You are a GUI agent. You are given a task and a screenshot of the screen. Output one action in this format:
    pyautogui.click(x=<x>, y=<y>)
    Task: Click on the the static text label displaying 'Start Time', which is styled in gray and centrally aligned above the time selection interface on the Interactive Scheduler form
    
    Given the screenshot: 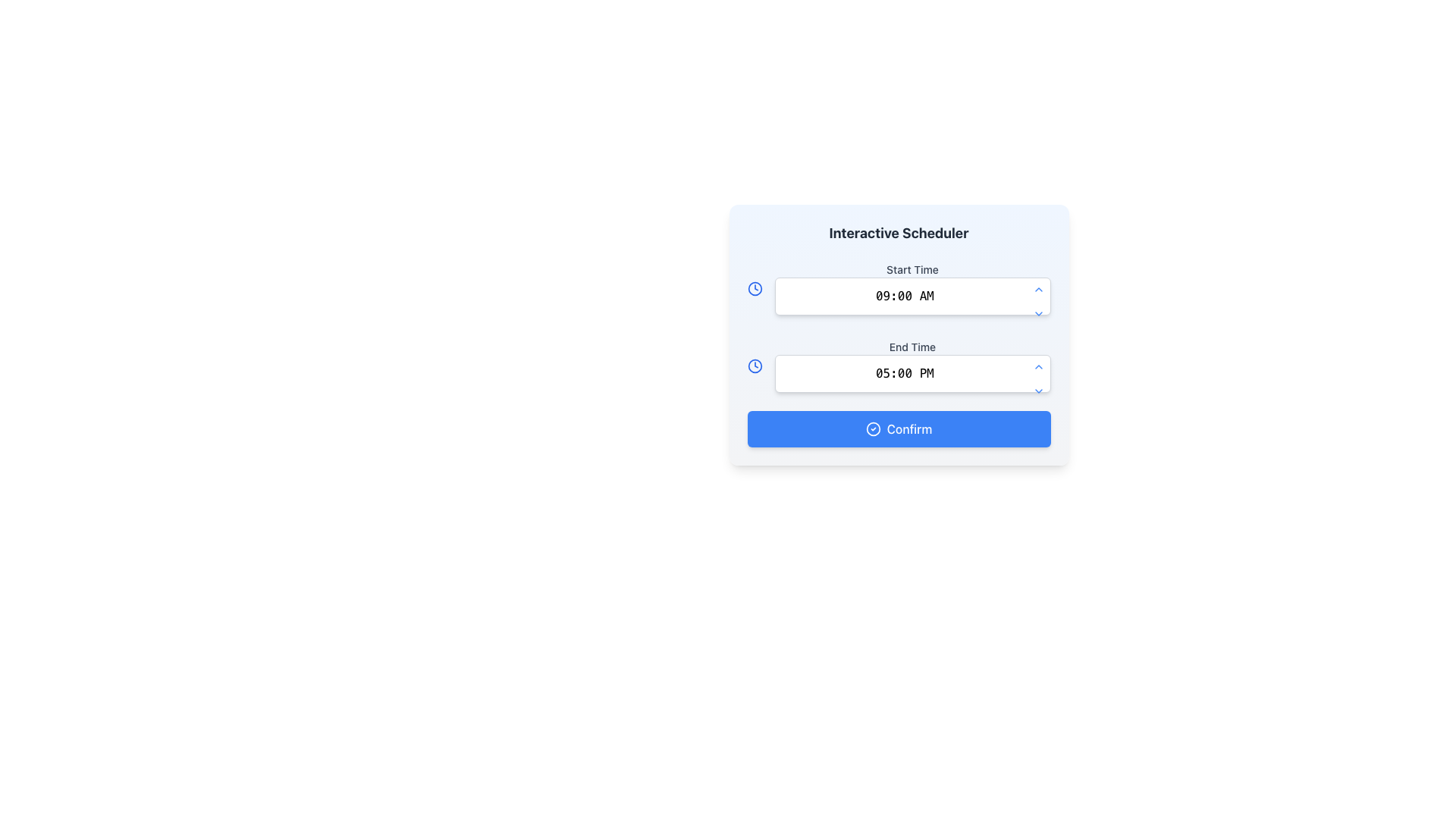 What is the action you would take?
    pyautogui.click(x=912, y=268)
    